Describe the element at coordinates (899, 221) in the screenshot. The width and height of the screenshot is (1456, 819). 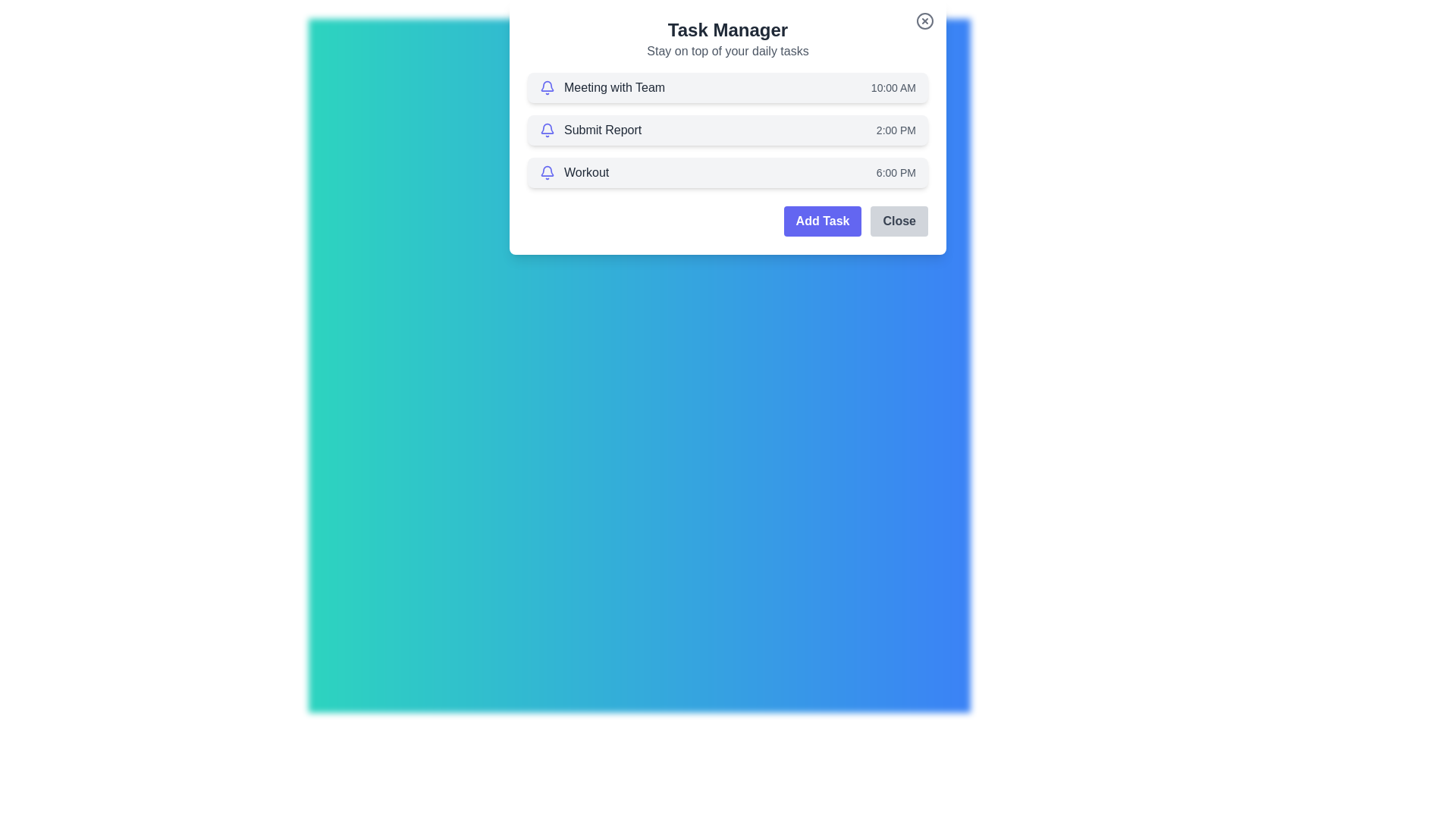
I see `the button located at the bottom right of the 'Task Manager' modal` at that location.